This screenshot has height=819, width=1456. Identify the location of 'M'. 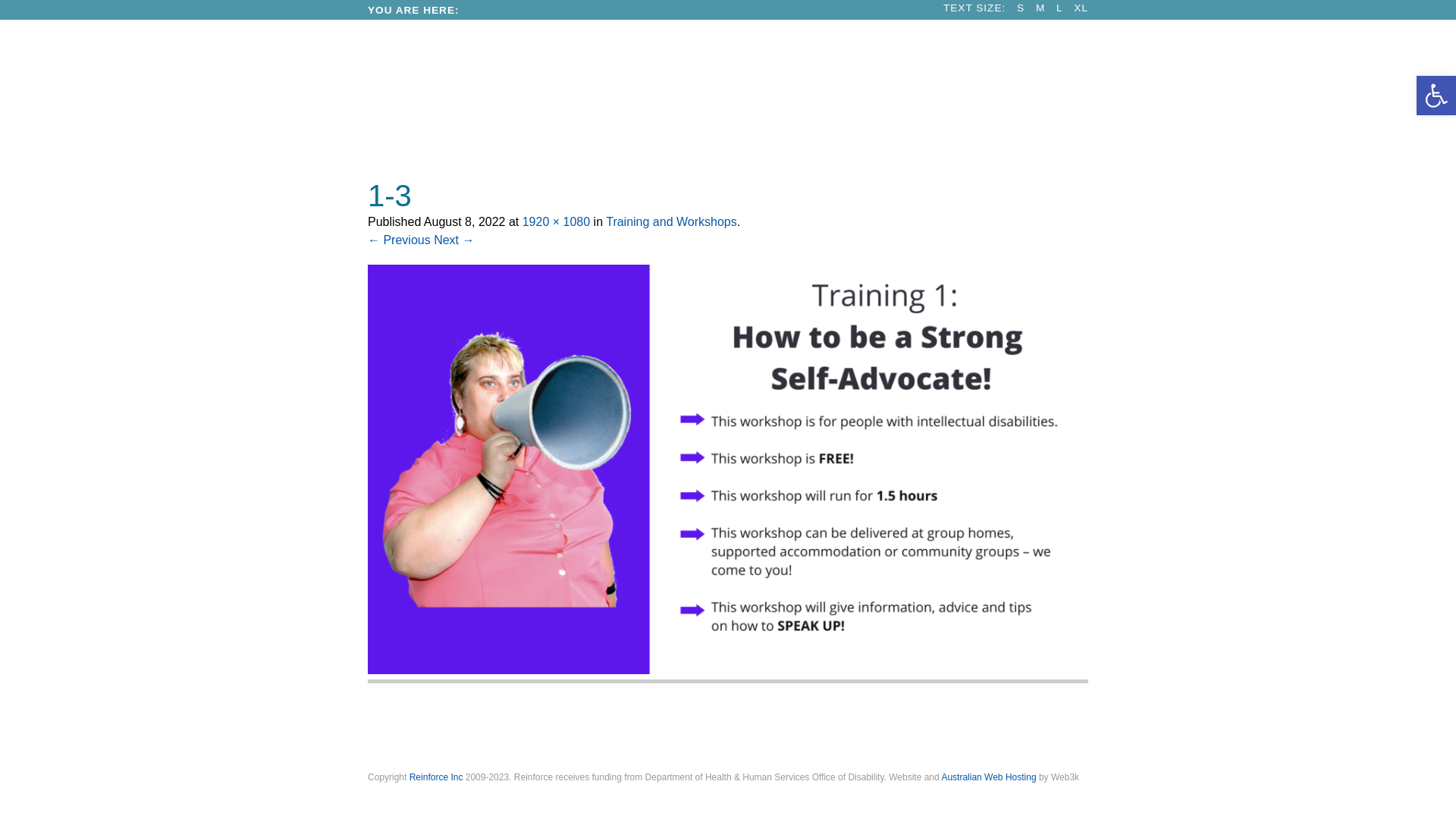
(1040, 8).